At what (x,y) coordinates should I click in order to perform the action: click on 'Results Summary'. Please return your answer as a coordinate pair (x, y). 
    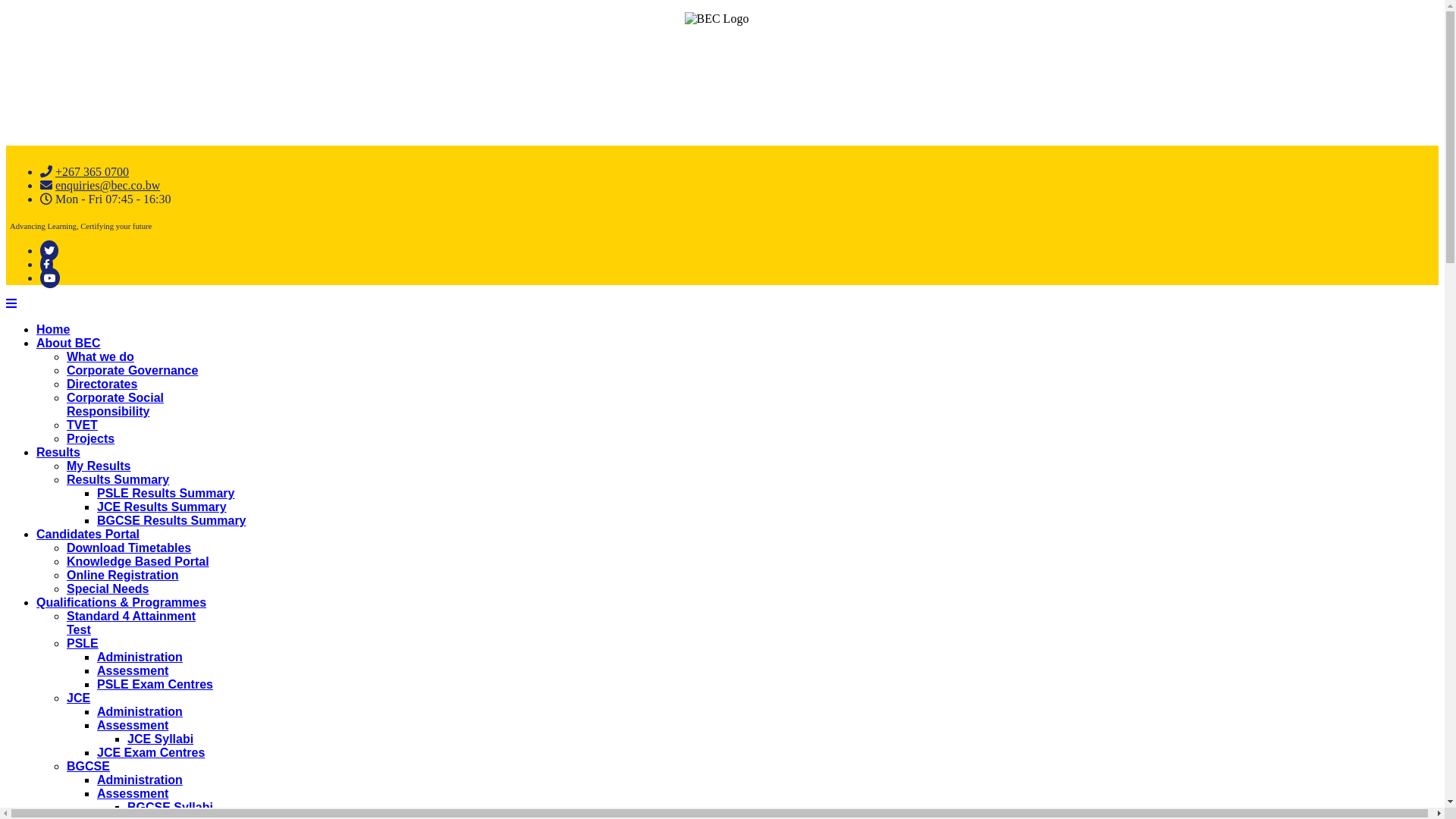
    Looking at the image, I should click on (117, 479).